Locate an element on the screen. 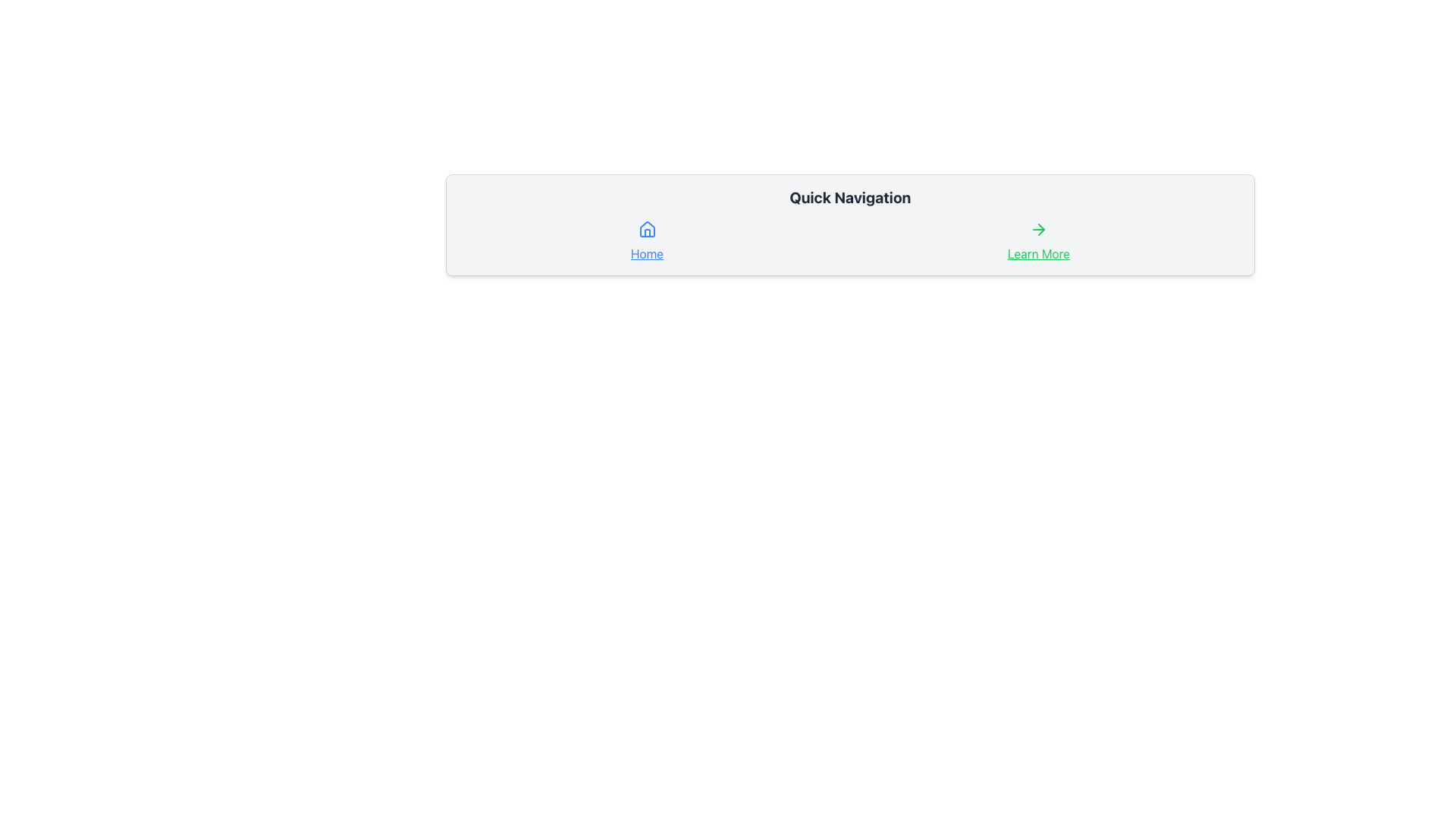  the green outlined arrow icon pointing to the right, located to the right of the 'Learn More' text link is located at coordinates (1037, 230).